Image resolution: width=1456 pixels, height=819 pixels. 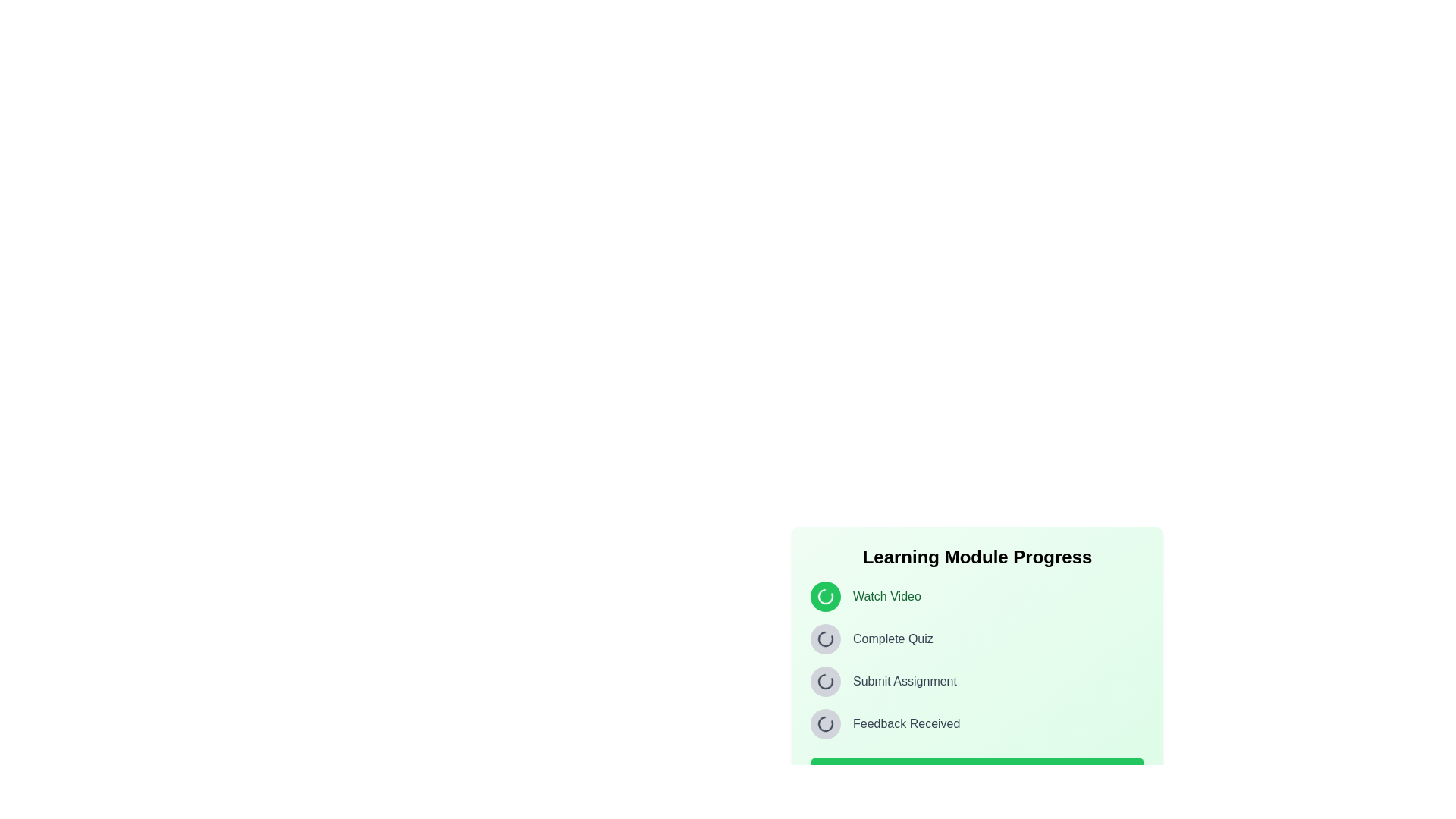 What do you see at coordinates (977, 637) in the screenshot?
I see `the status panel located in the lower-right section of the interface, which displays the progression through a learning module, specifically the 'Complete Quiz' item` at bounding box center [977, 637].